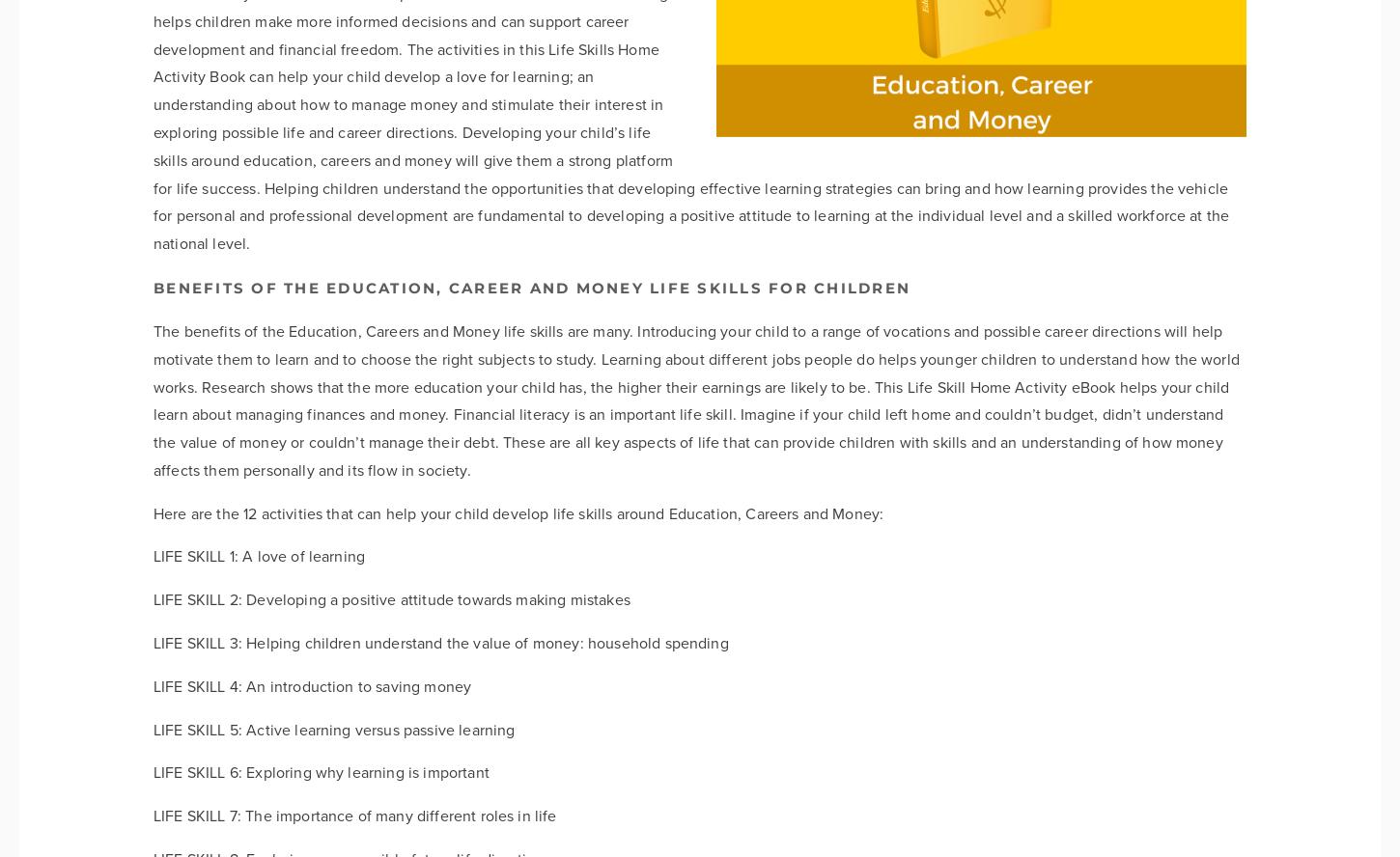 This screenshot has height=857, width=1400. Describe the element at coordinates (259, 556) in the screenshot. I see `'LIFE SKILL 1: A love of learning'` at that location.